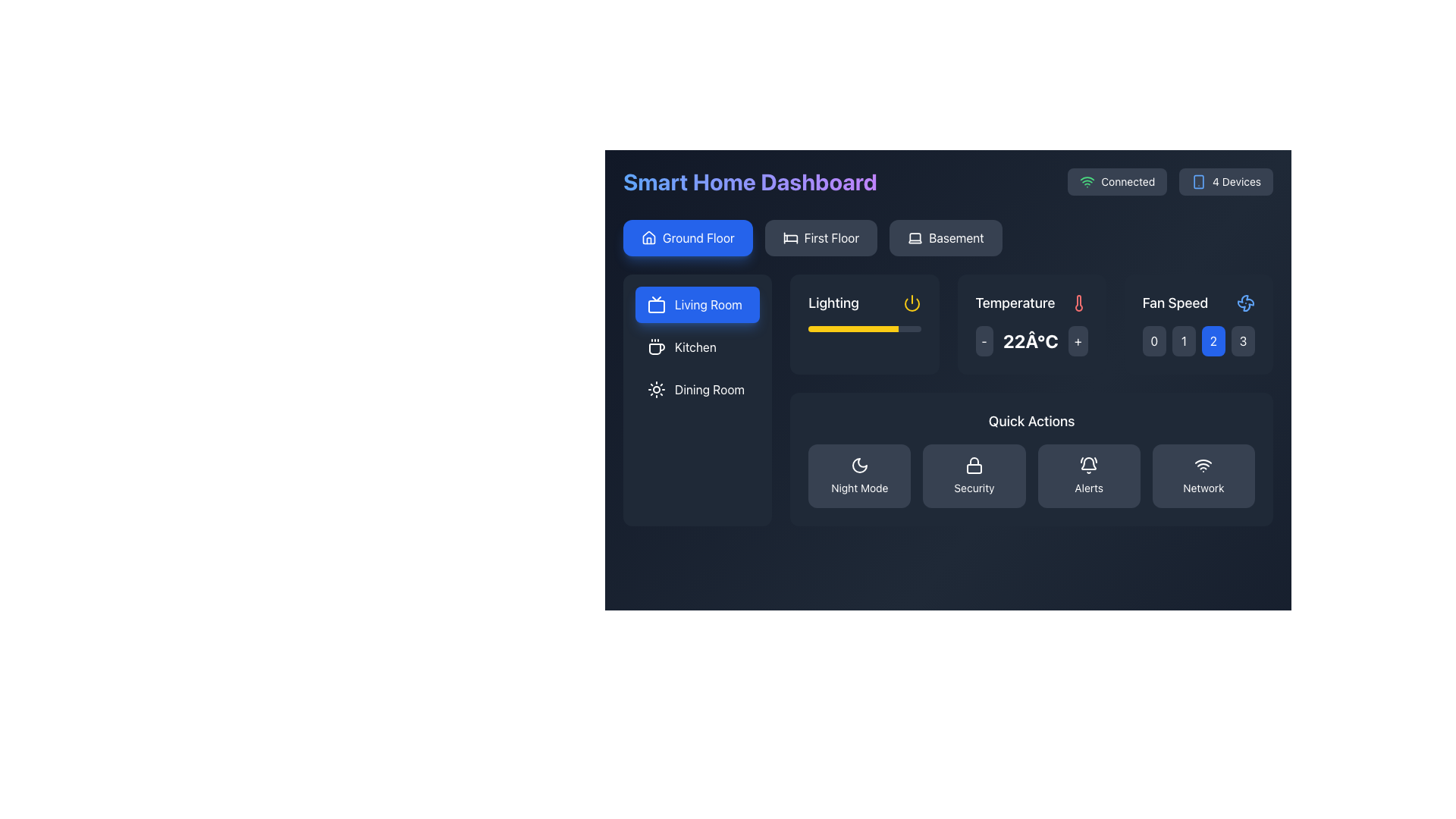 The width and height of the screenshot is (1456, 819). I want to click on the Kitchen icon, which is the leading element in the layout, positioned to the left of the 'Kitchen' text label, so click(656, 347).